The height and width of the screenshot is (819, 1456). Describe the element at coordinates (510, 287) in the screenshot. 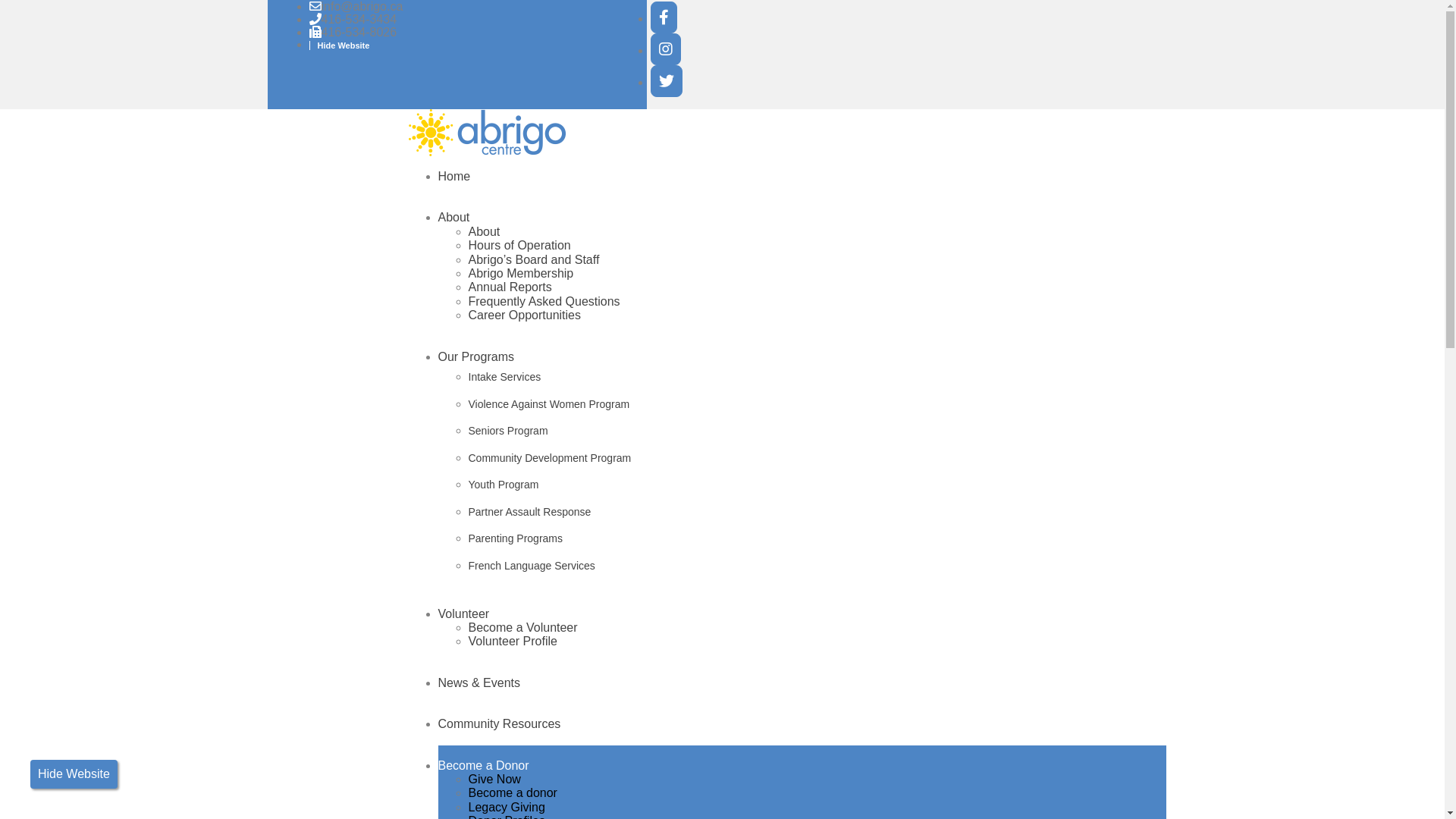

I see `'Annual Reports'` at that location.